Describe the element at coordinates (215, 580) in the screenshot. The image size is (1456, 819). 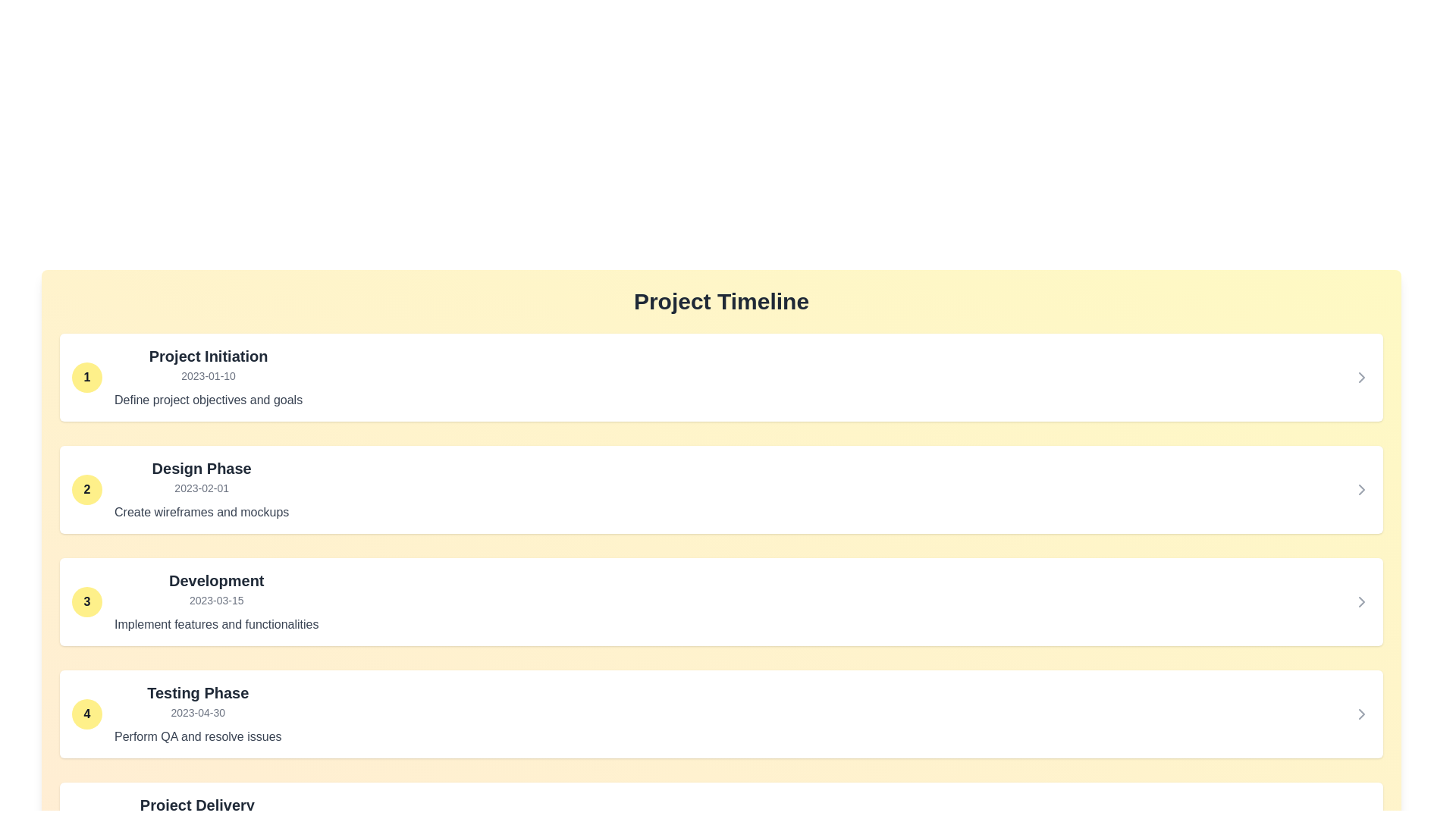
I see `the text label that displays 'Development', which is styled prominently as a header in a dark gray color` at that location.